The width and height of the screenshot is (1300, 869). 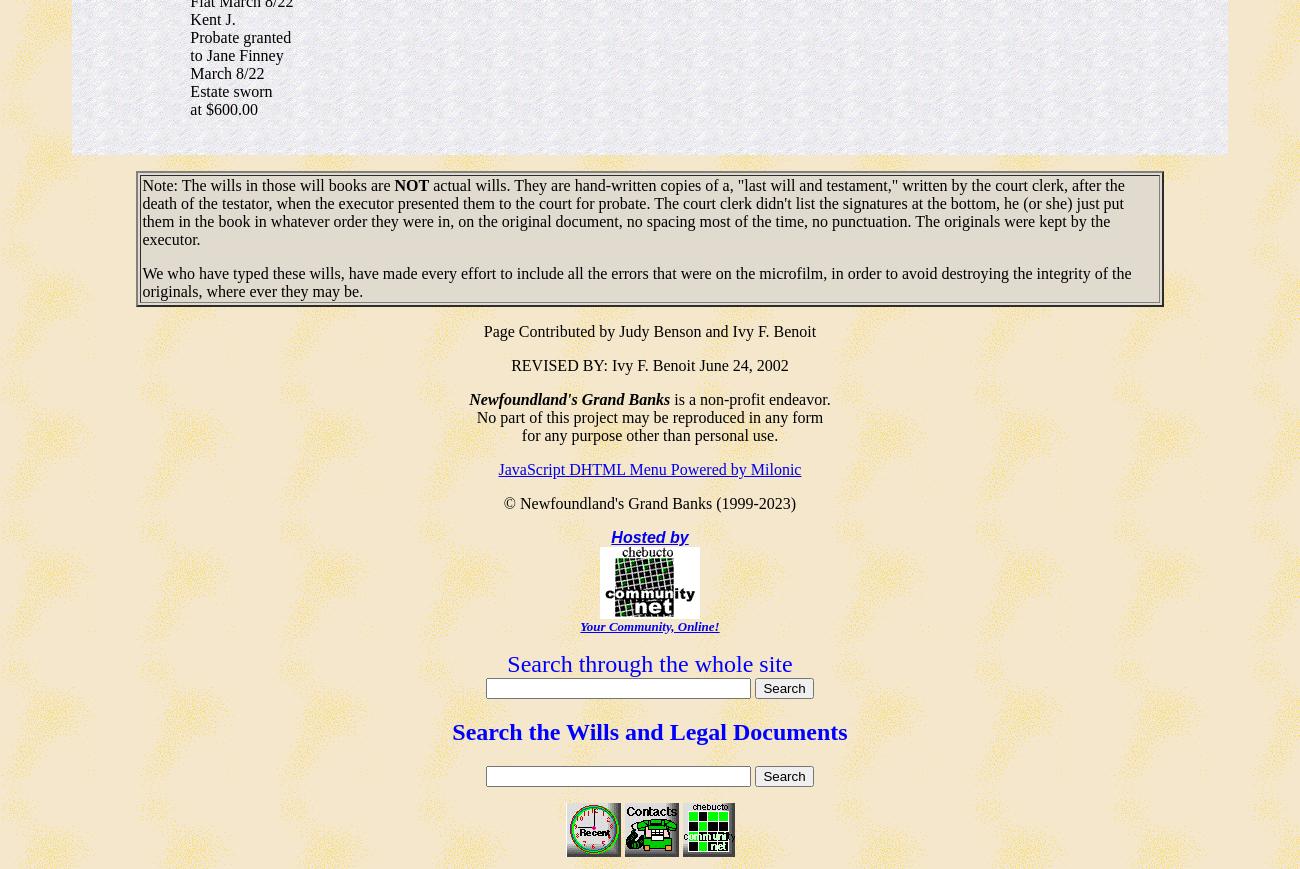 What do you see at coordinates (190, 89) in the screenshot?
I see `'Estate sworn'` at bounding box center [190, 89].